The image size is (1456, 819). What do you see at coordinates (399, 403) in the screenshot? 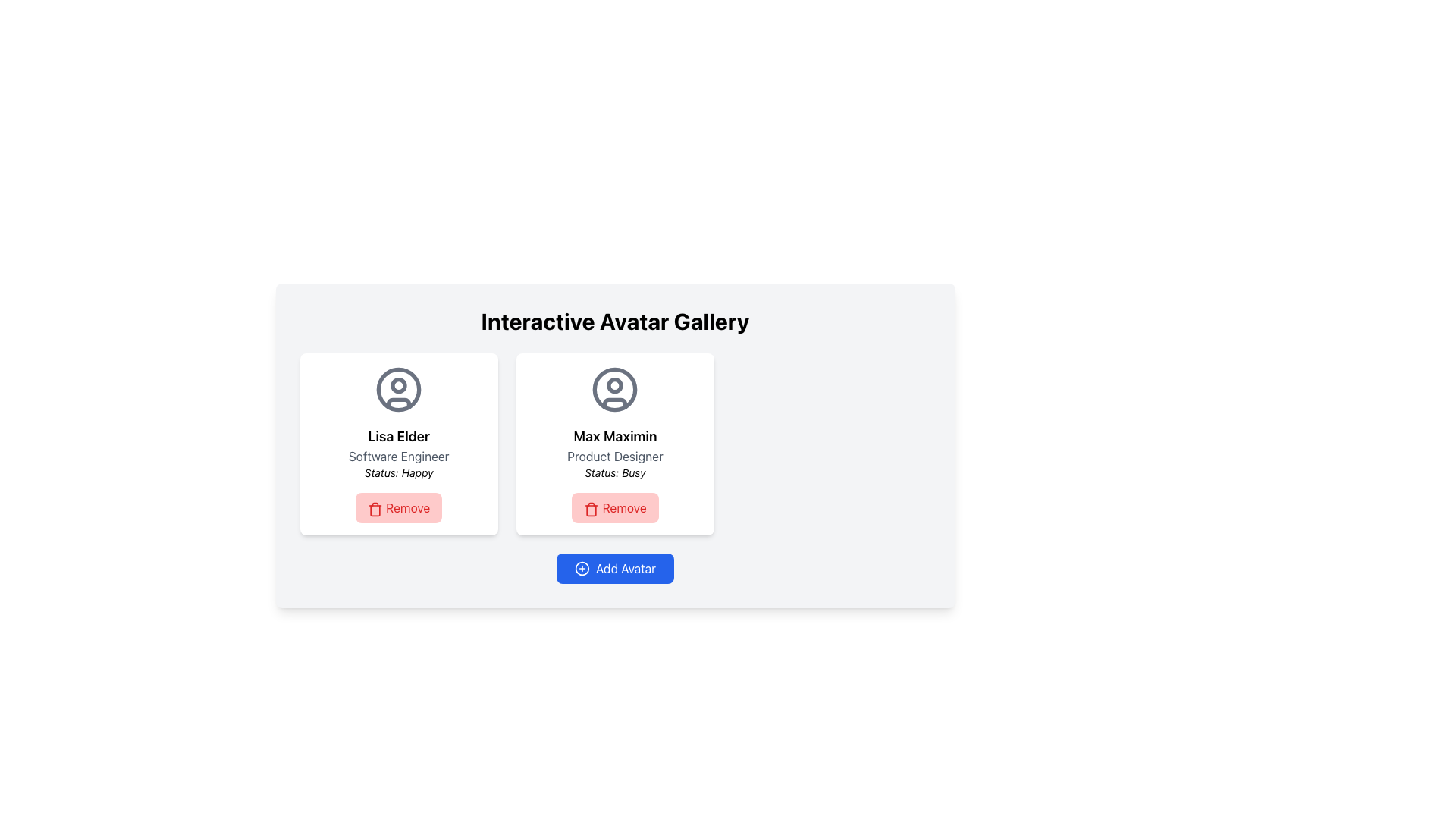
I see `curve element within the user profile icon located beneath the head of the user icon for debugging or customization purposes` at bounding box center [399, 403].